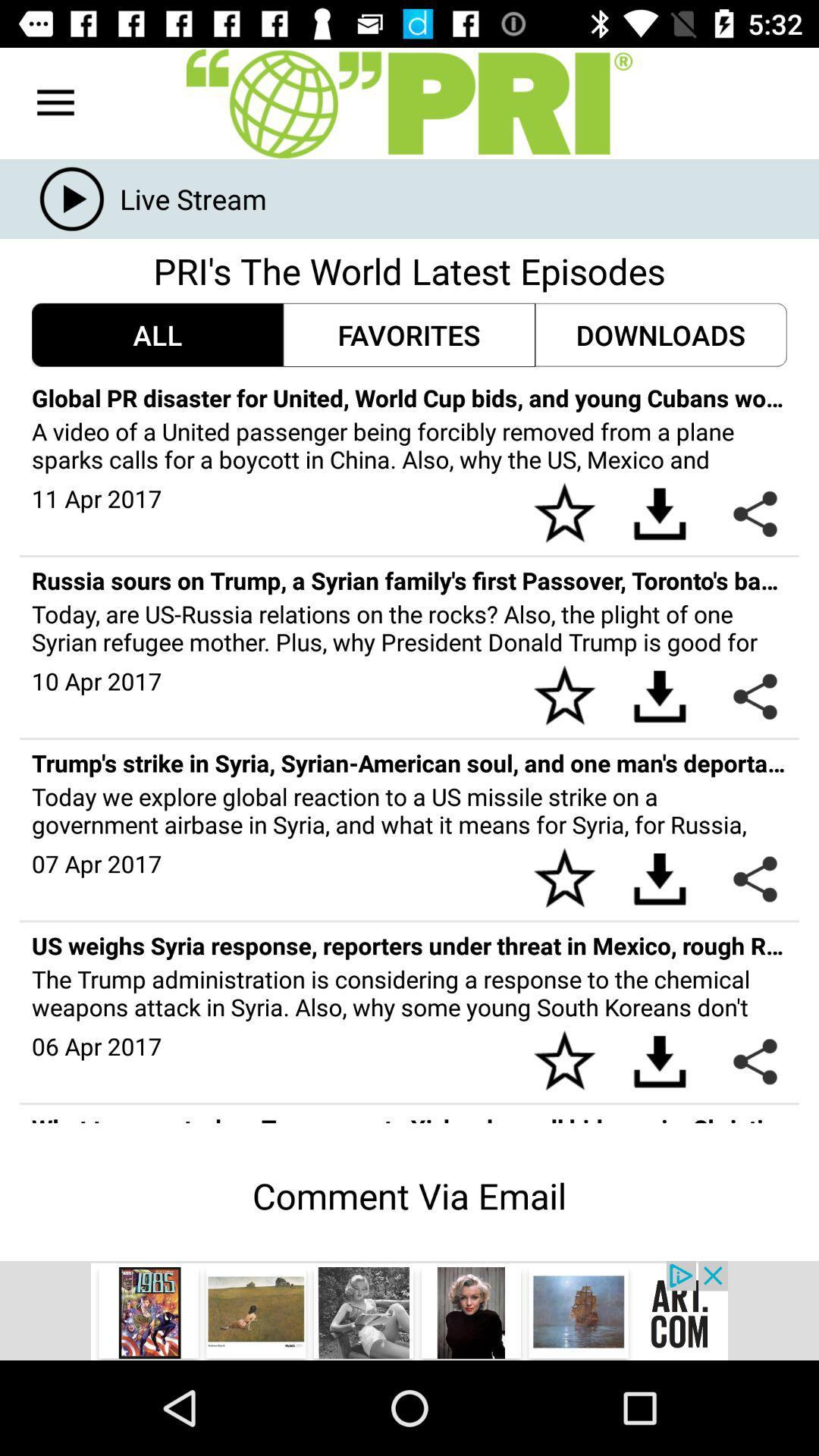 Image resolution: width=819 pixels, height=1456 pixels. What do you see at coordinates (409, 102) in the screenshot?
I see `settings` at bounding box center [409, 102].